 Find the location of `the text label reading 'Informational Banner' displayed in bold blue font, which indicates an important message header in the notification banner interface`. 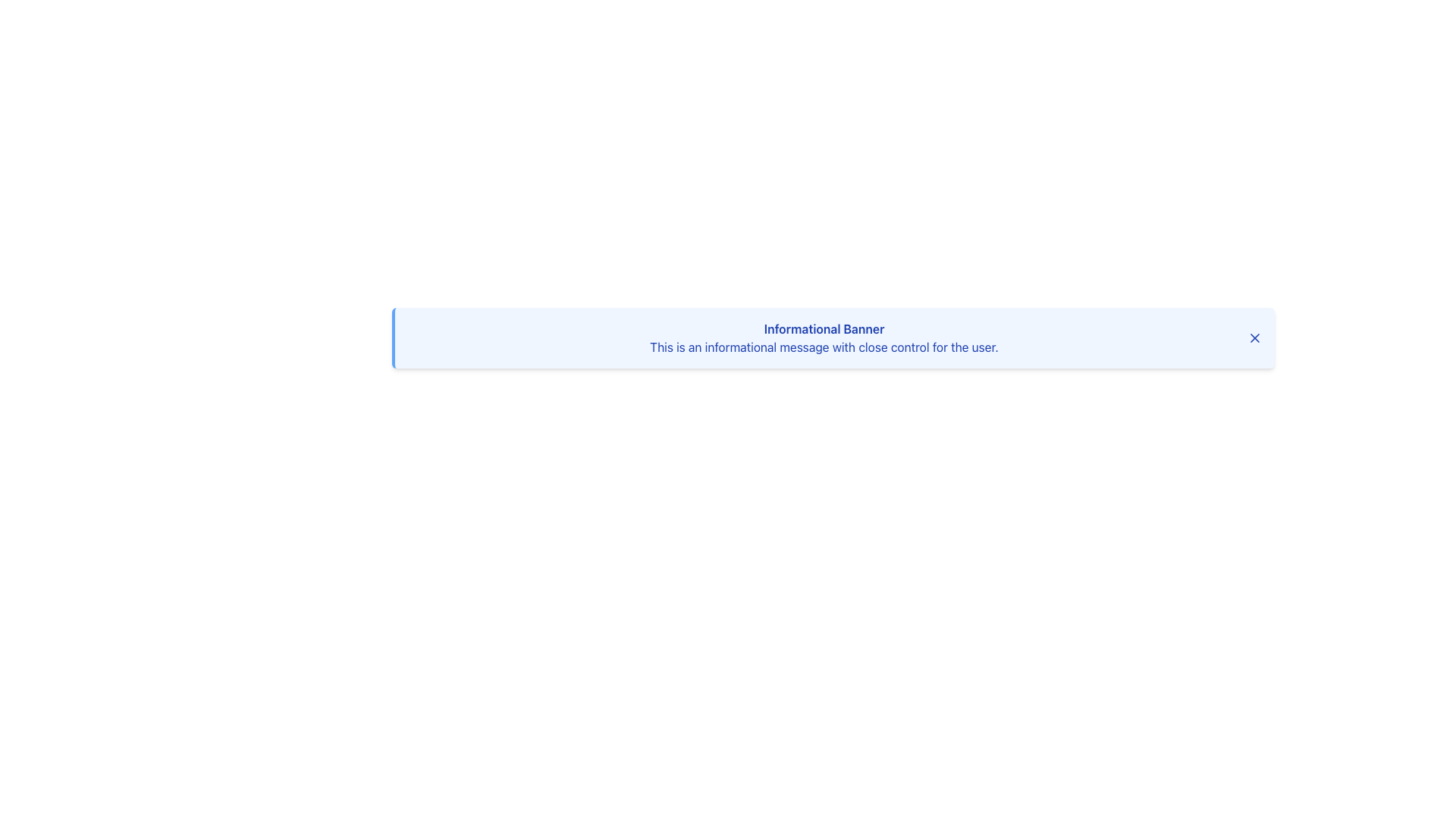

the text label reading 'Informational Banner' displayed in bold blue font, which indicates an important message header in the notification banner interface is located at coordinates (823, 328).